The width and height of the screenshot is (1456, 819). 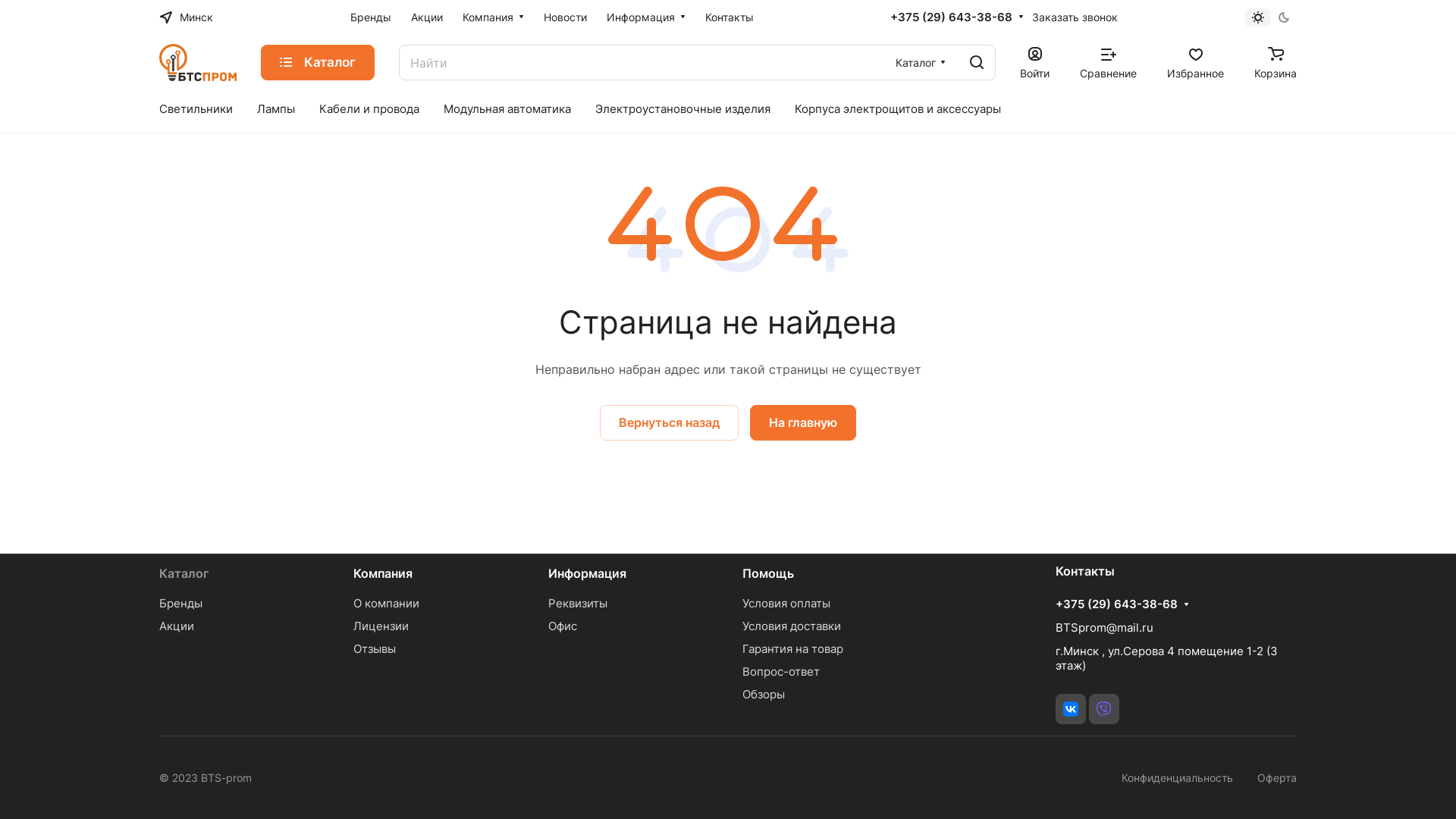 I want to click on '+375 (29) 643-38-68', so click(x=1116, y=604).